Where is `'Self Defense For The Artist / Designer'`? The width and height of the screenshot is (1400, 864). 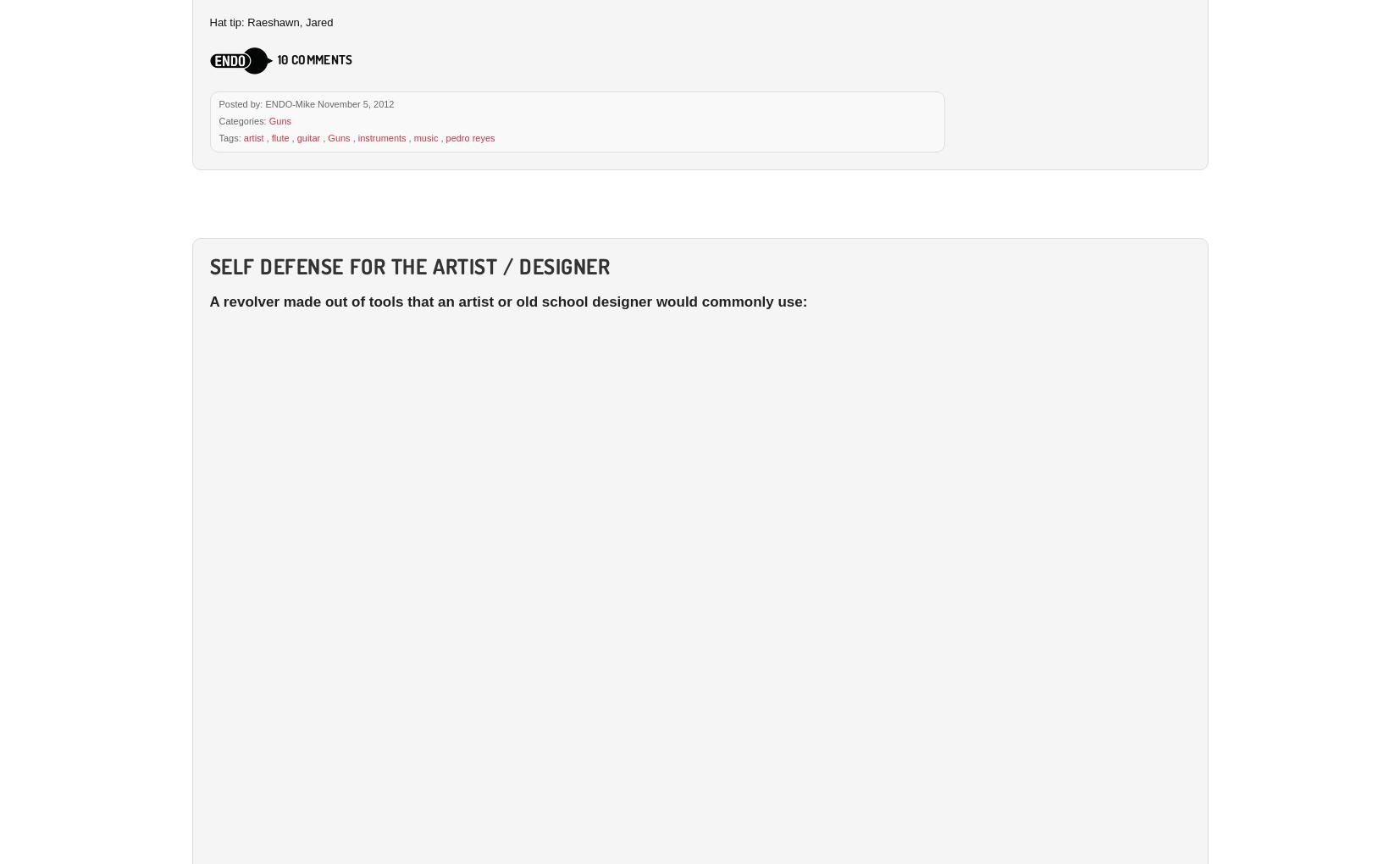
'Self Defense For The Artist / Designer' is located at coordinates (408, 265).